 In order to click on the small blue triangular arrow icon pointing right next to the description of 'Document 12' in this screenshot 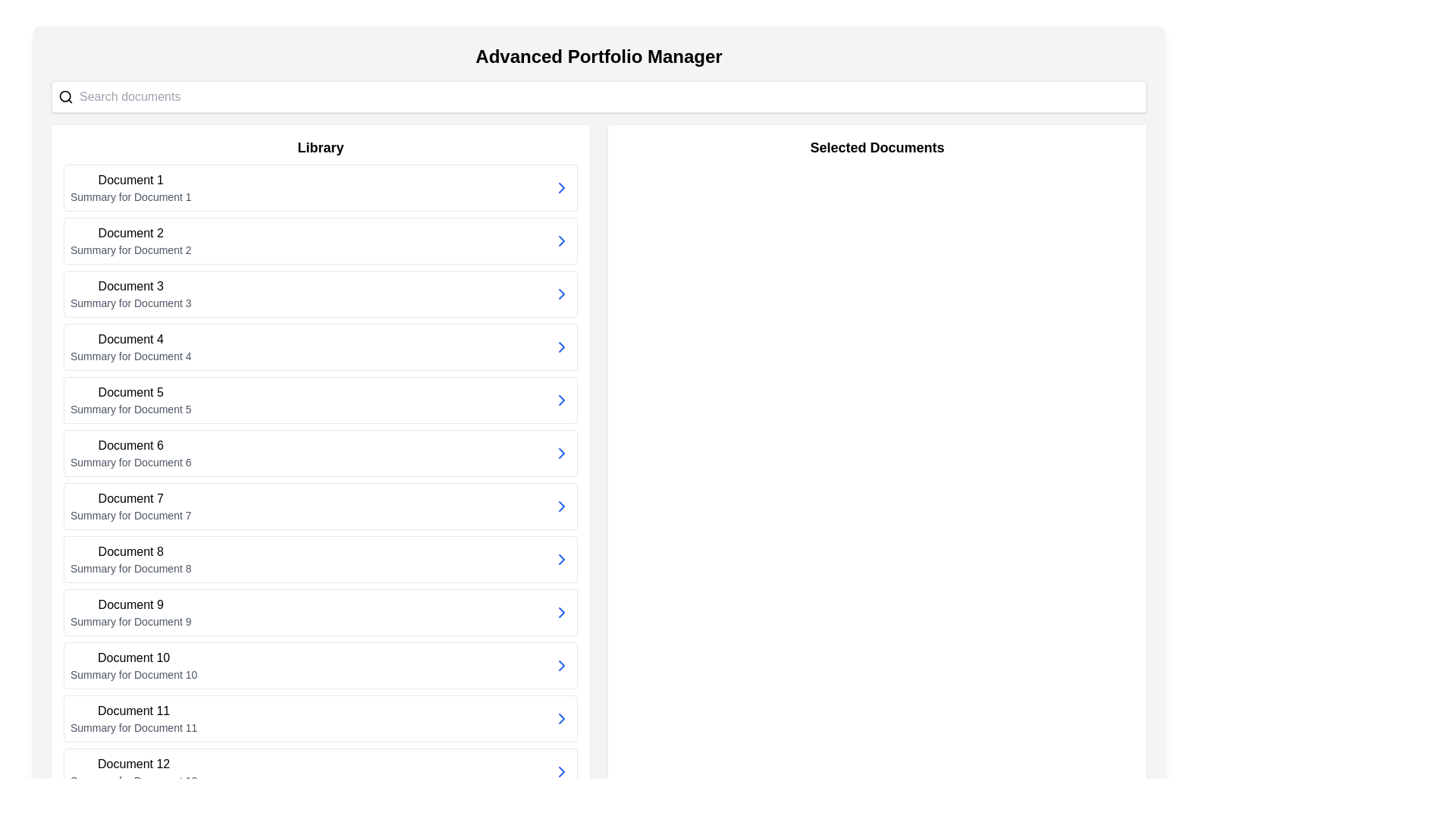, I will do `click(560, 665)`.